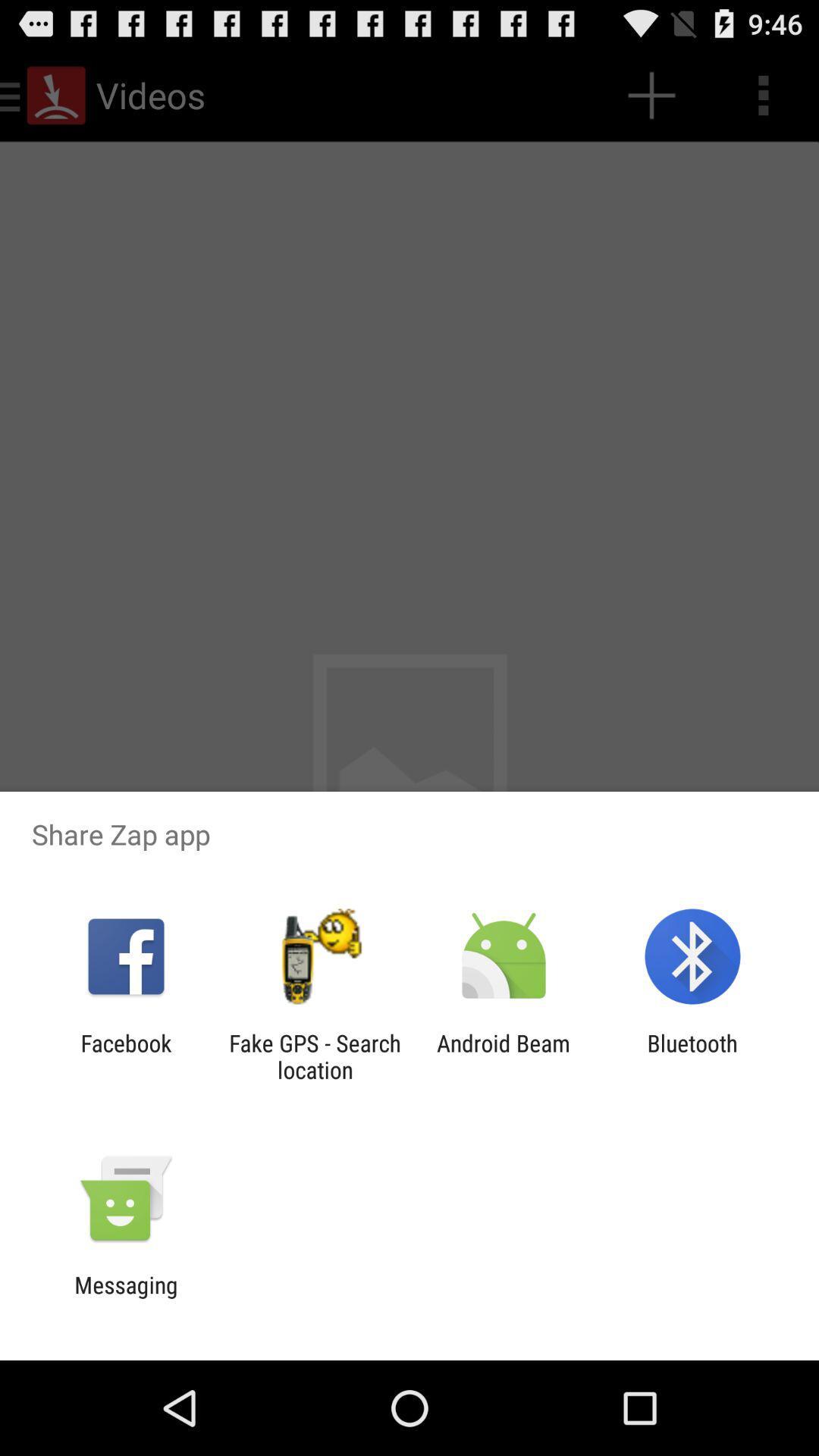 Image resolution: width=819 pixels, height=1456 pixels. Describe the element at coordinates (125, 1056) in the screenshot. I see `the facebook item` at that location.